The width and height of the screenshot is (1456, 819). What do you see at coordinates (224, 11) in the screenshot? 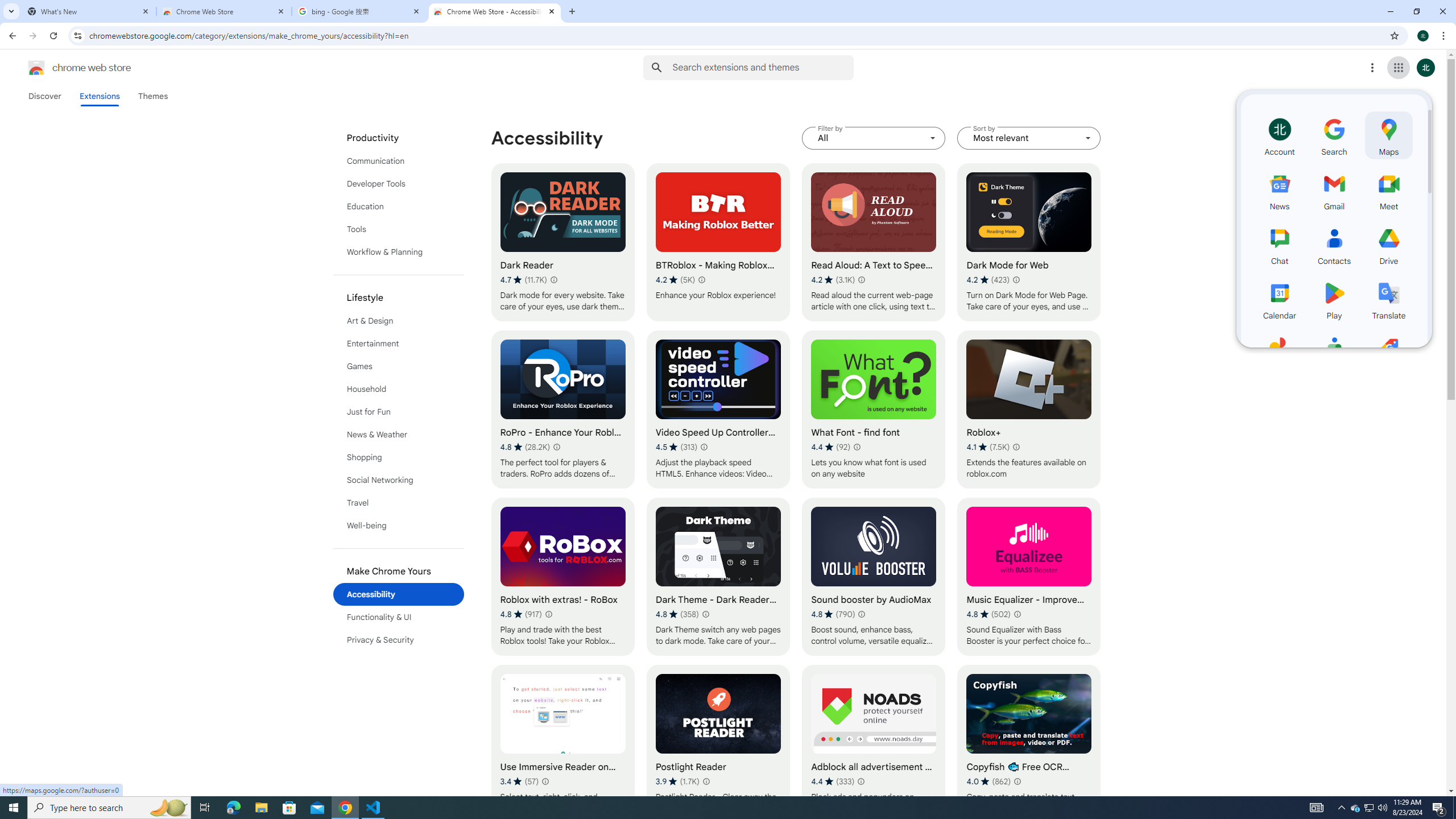
I see `'Chrome Web Store'` at bounding box center [224, 11].